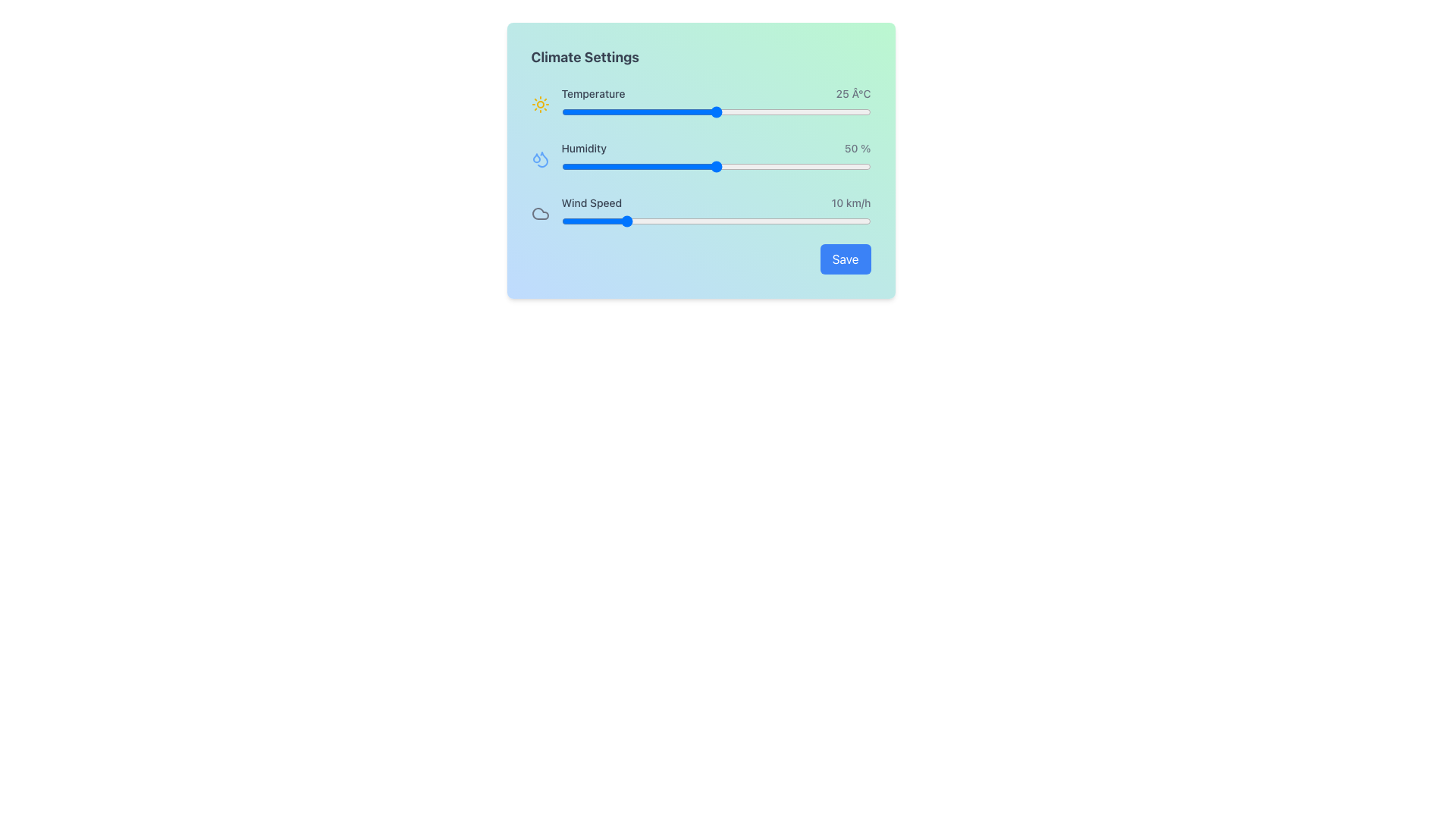 The height and width of the screenshot is (819, 1456). I want to click on the slider, so click(703, 111).